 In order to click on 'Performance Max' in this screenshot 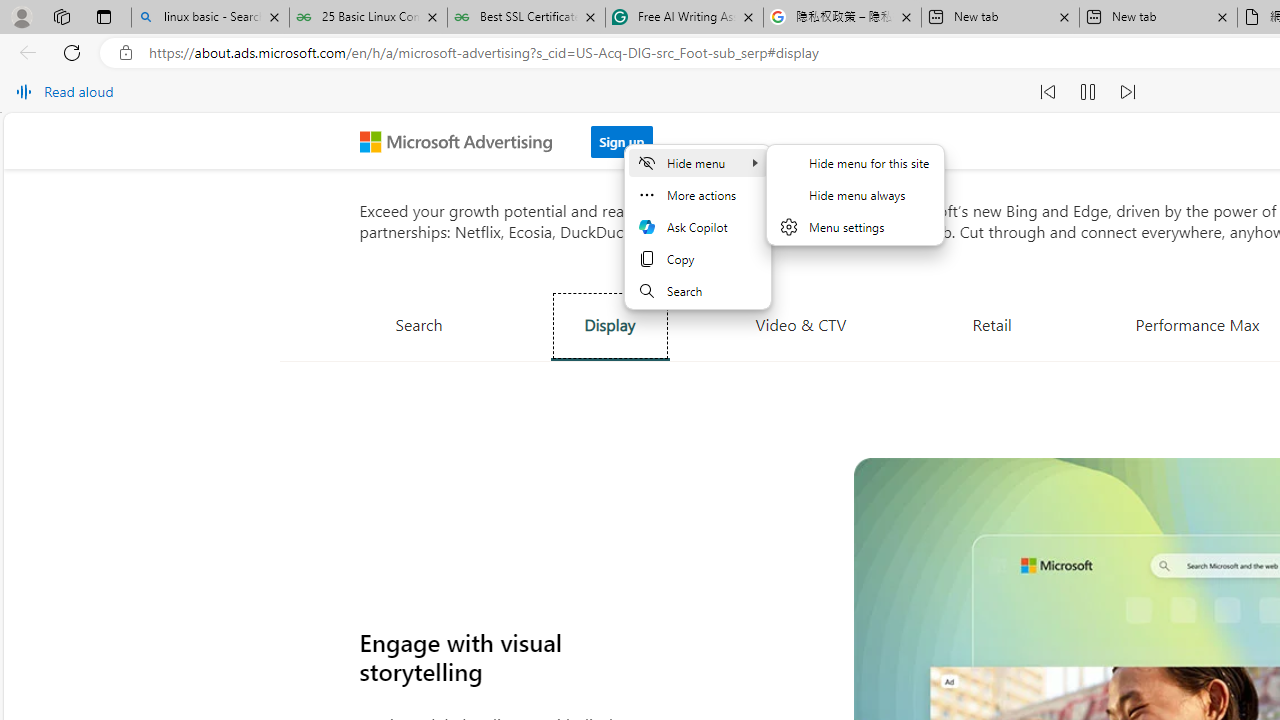, I will do `click(1197, 323)`.